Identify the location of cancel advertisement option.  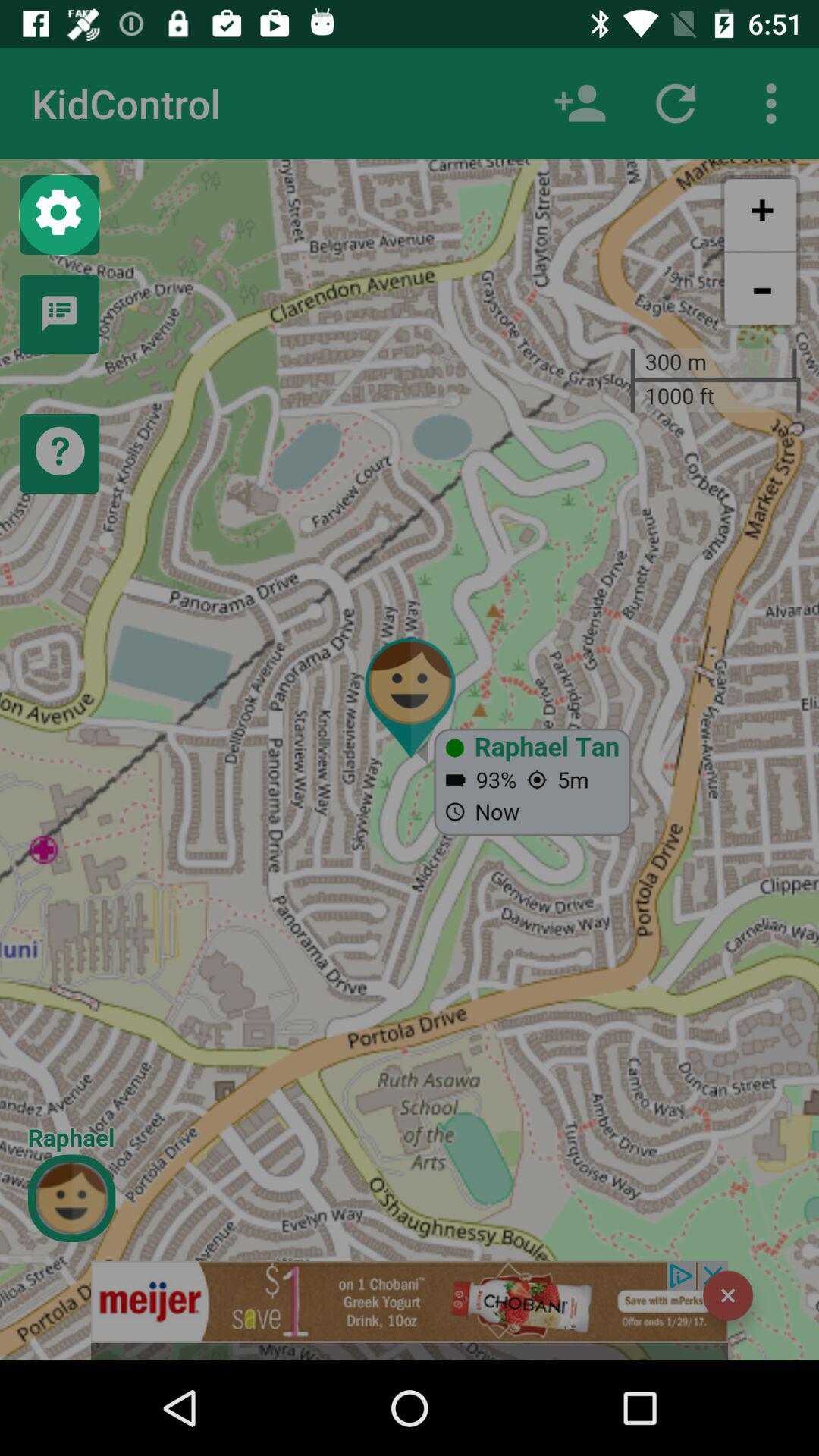
(727, 1294).